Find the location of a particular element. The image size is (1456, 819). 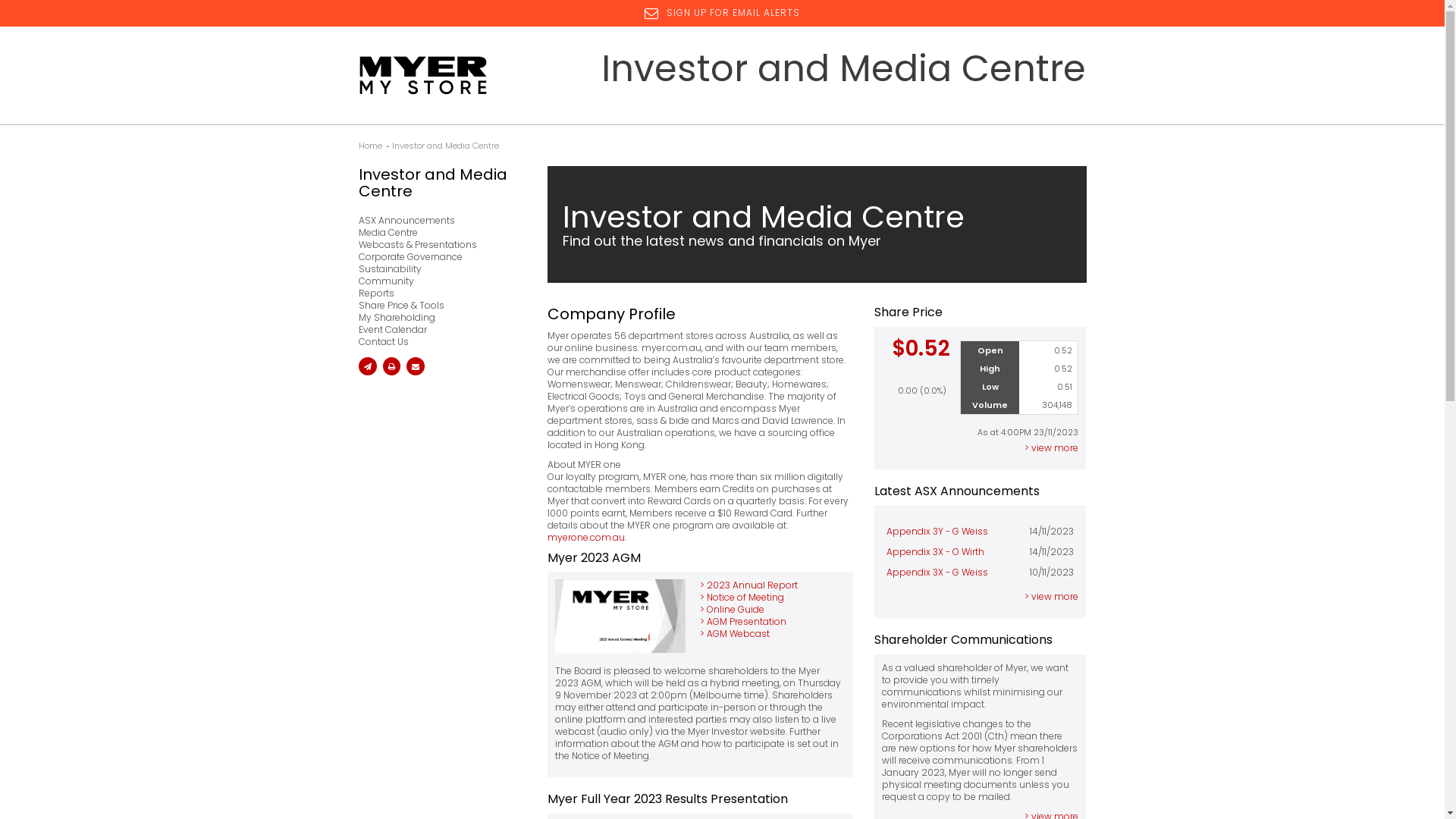

'Reports' is located at coordinates (437, 293).